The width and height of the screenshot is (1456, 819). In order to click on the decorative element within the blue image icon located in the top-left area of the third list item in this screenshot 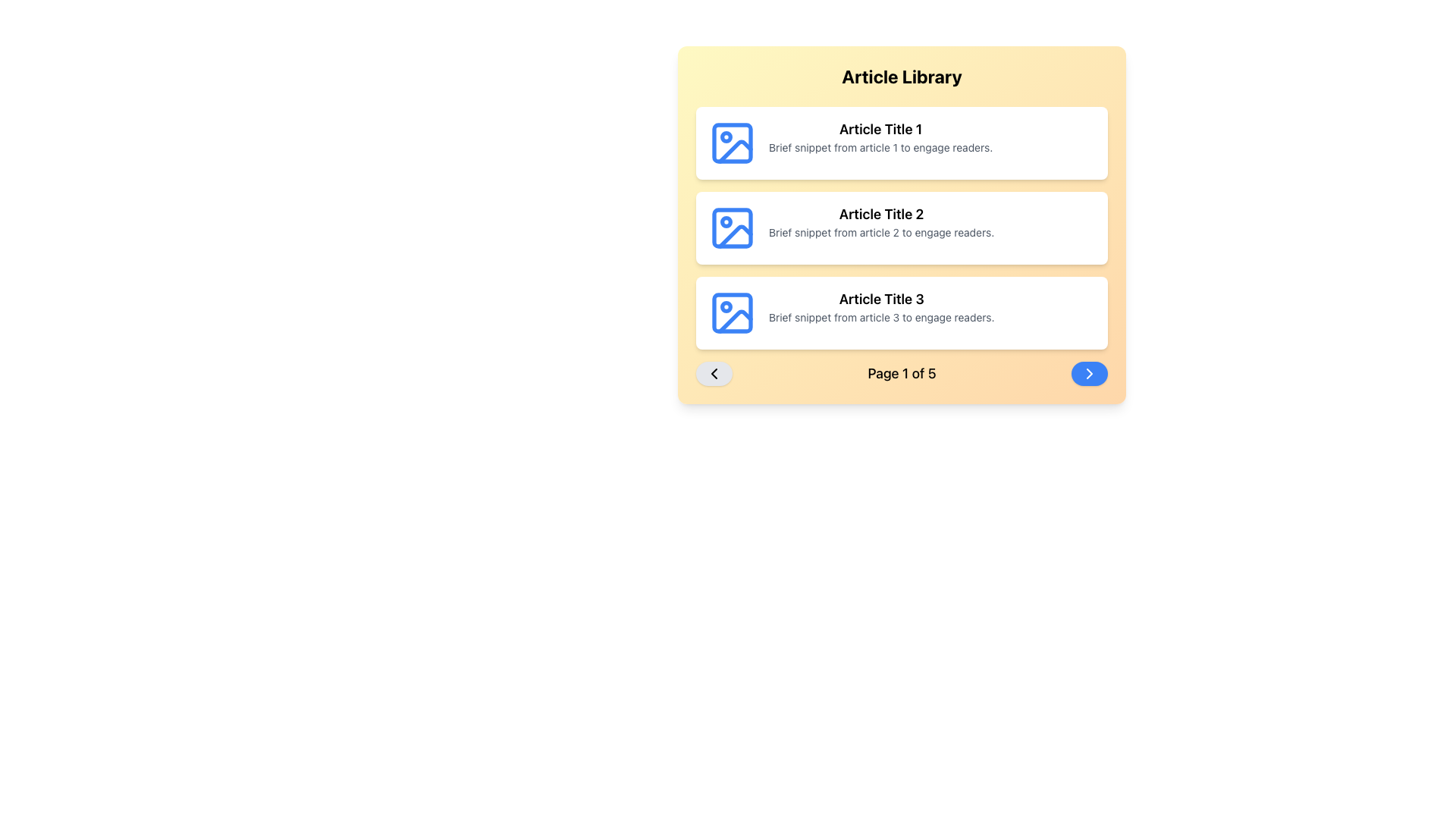, I will do `click(732, 312)`.